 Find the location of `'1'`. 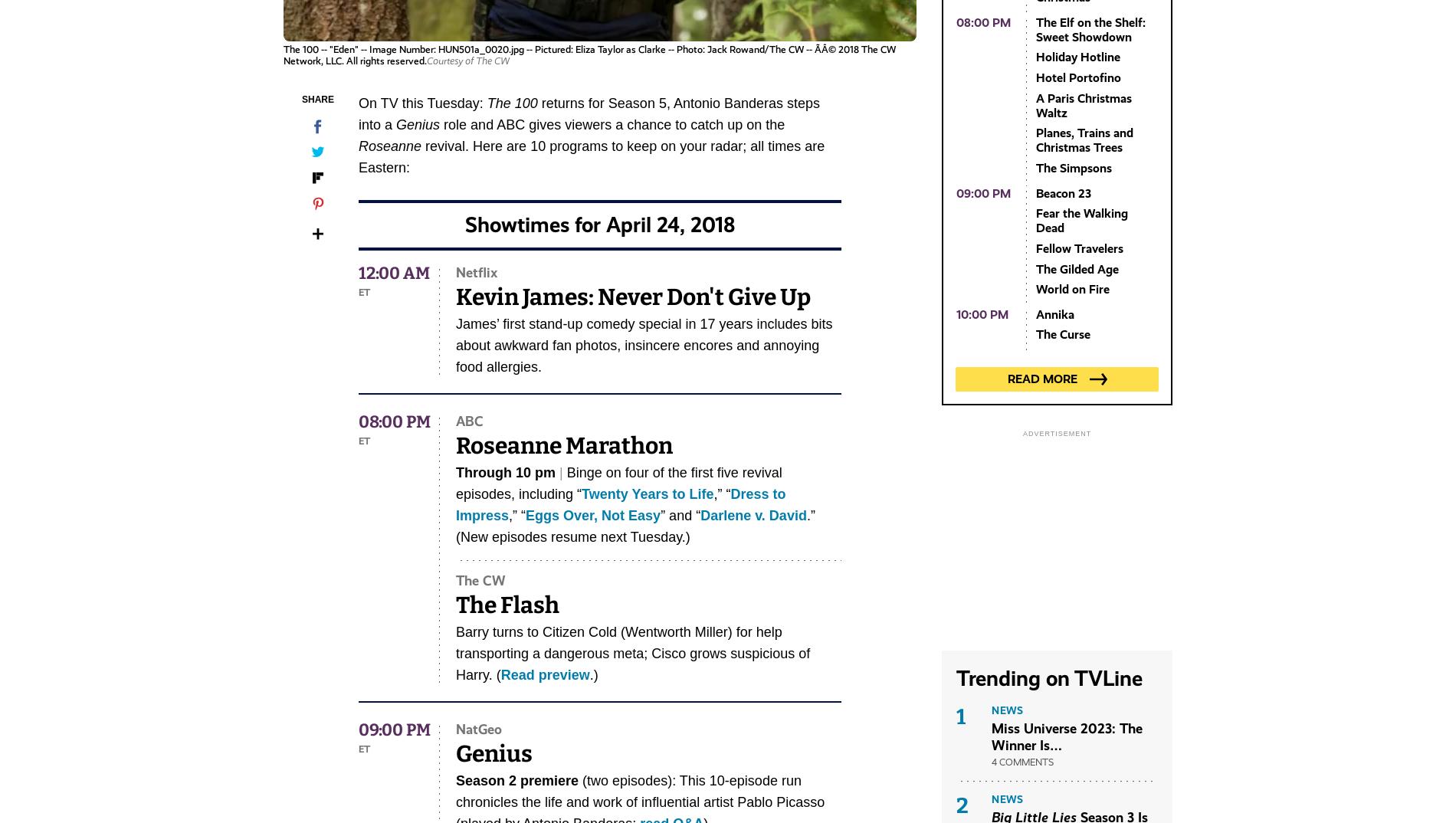

'1' is located at coordinates (960, 716).